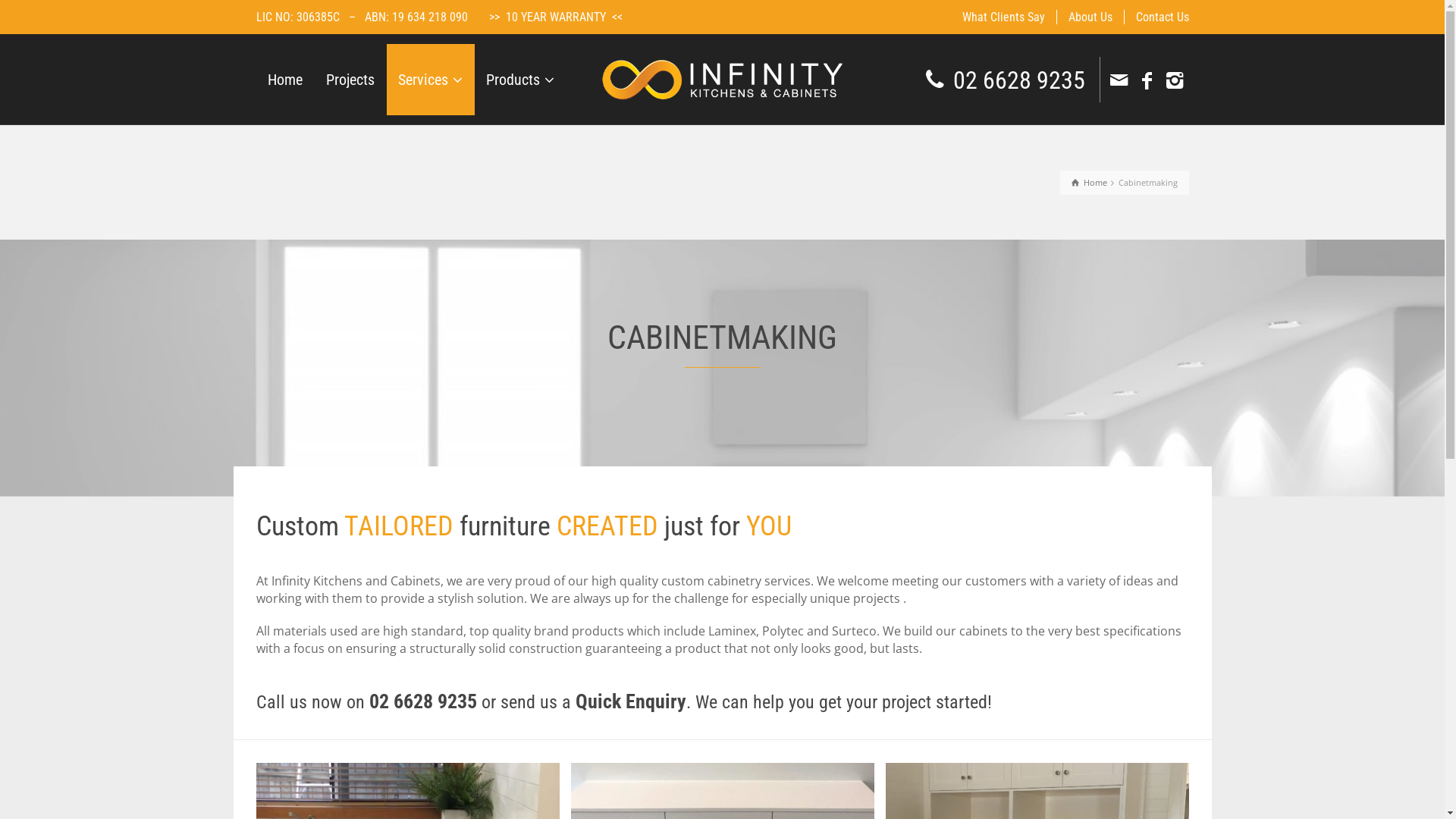  What do you see at coordinates (349, 79) in the screenshot?
I see `'Projects'` at bounding box center [349, 79].